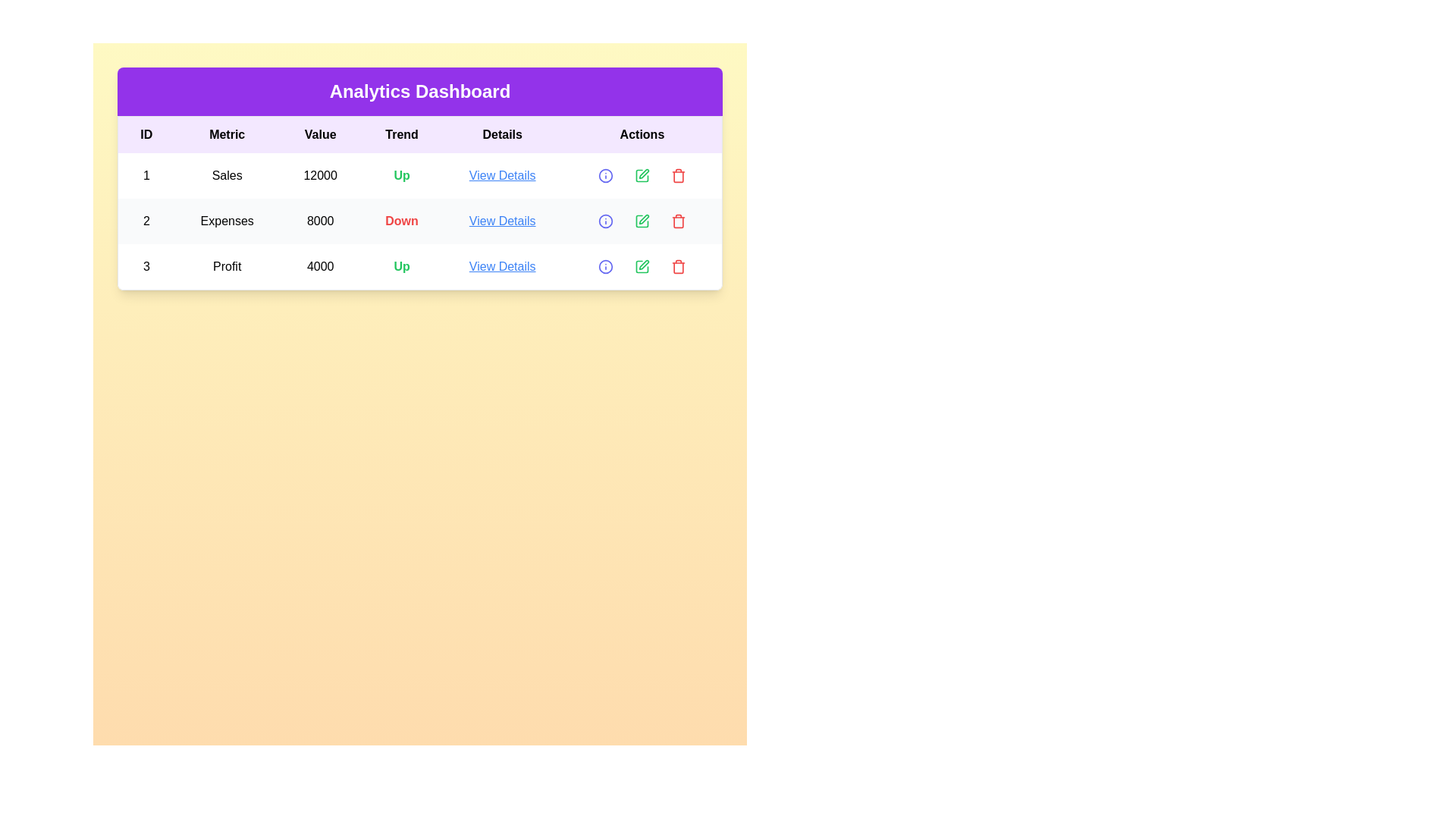 This screenshot has width=1456, height=819. What do you see at coordinates (604, 221) in the screenshot?
I see `the information icon in the 'Actions' column of the second row under the 'Analytics Dashboard' heading` at bounding box center [604, 221].